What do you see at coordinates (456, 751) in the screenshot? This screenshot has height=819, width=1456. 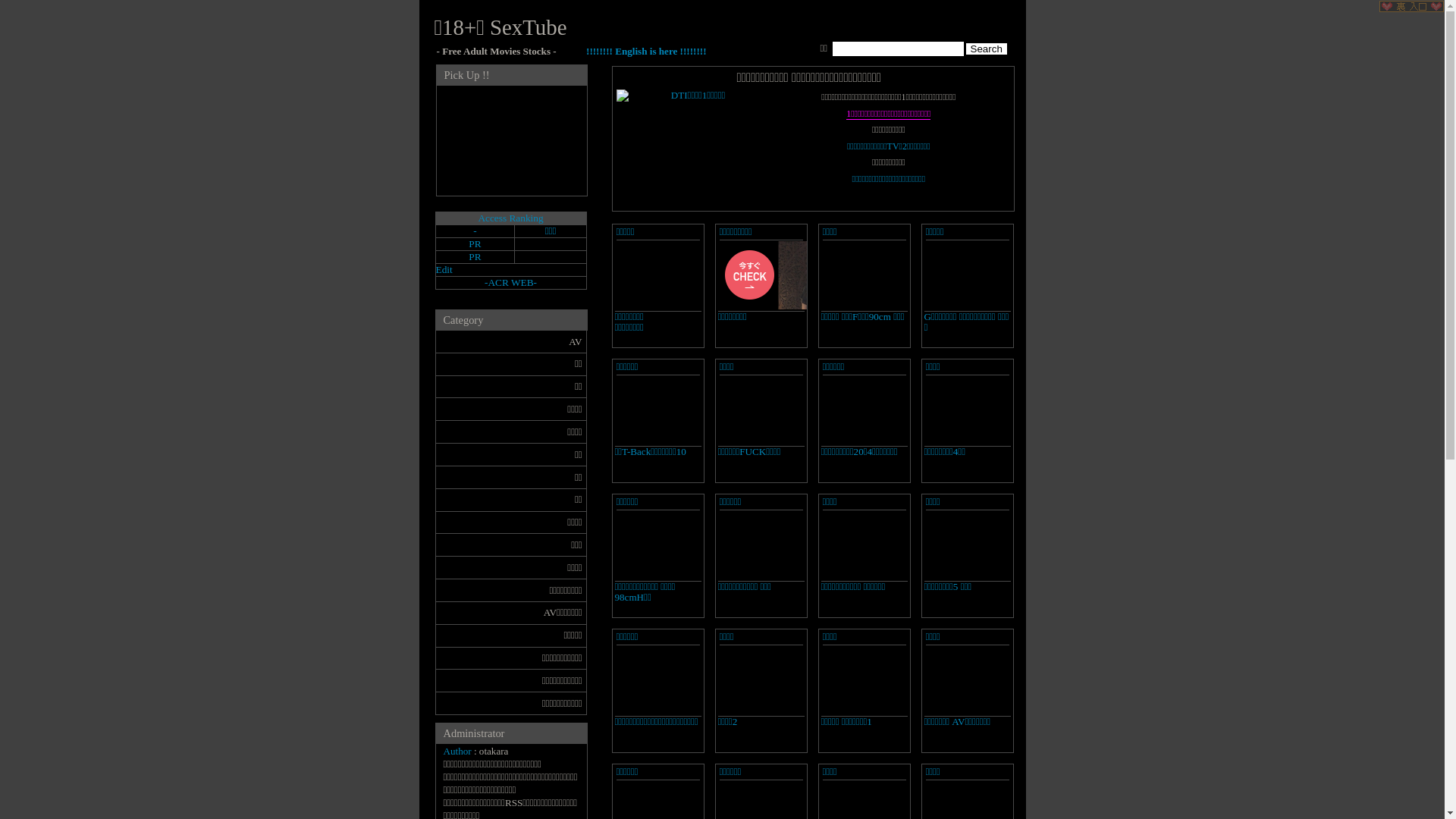 I see `'Author'` at bounding box center [456, 751].